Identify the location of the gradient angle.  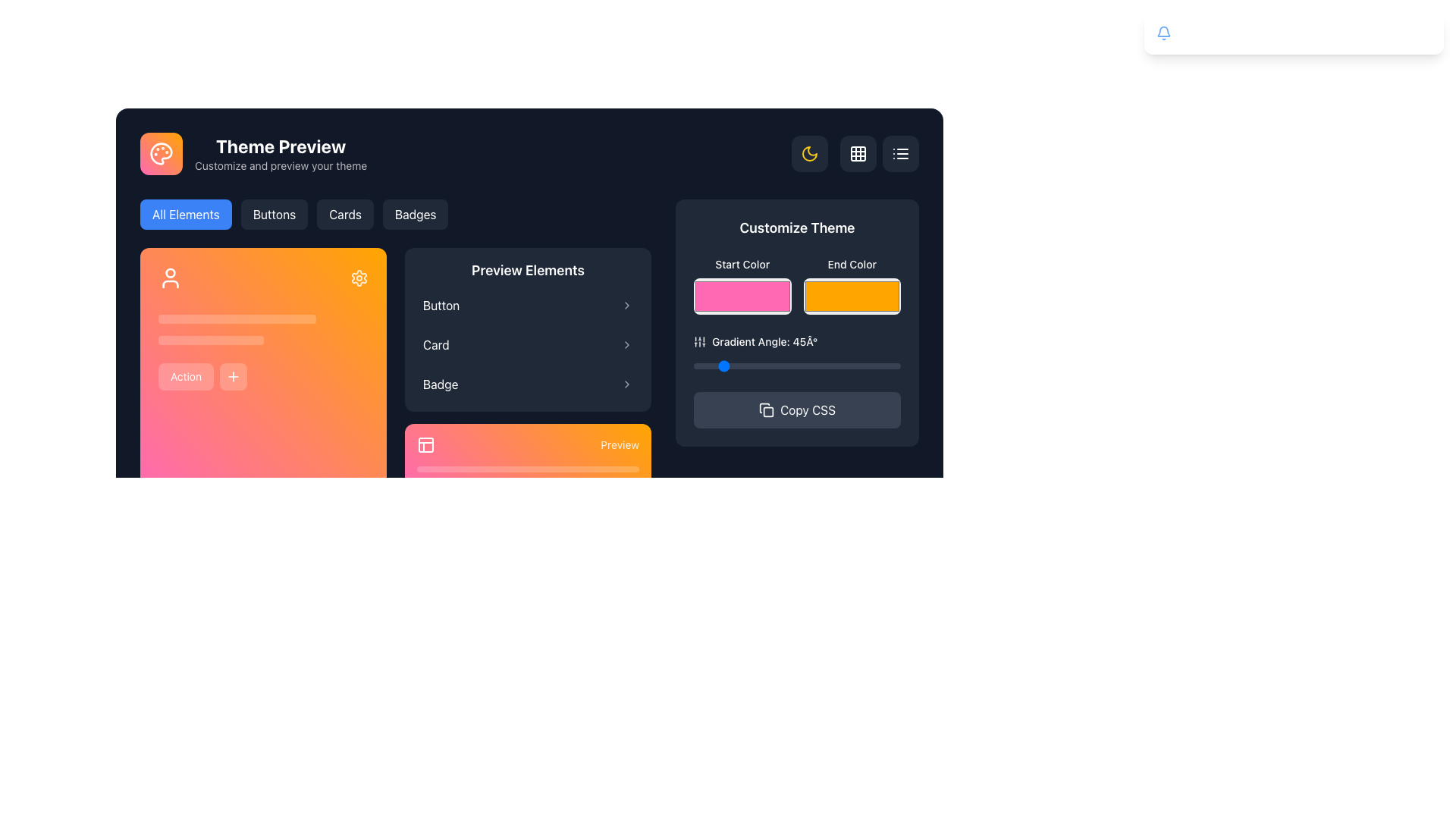
(785, 366).